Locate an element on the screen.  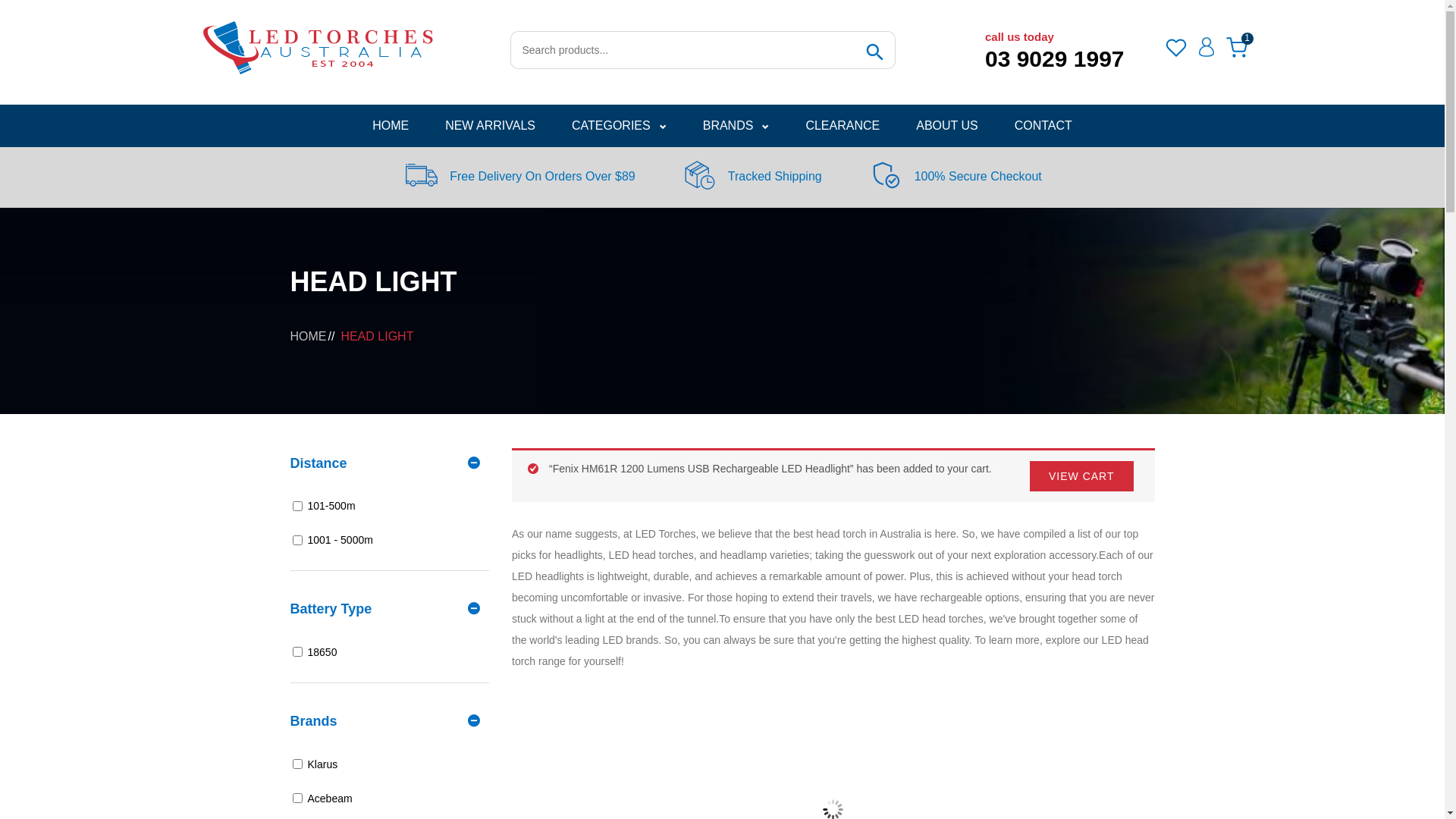
'NEW ARRIVALS' is located at coordinates (490, 124).